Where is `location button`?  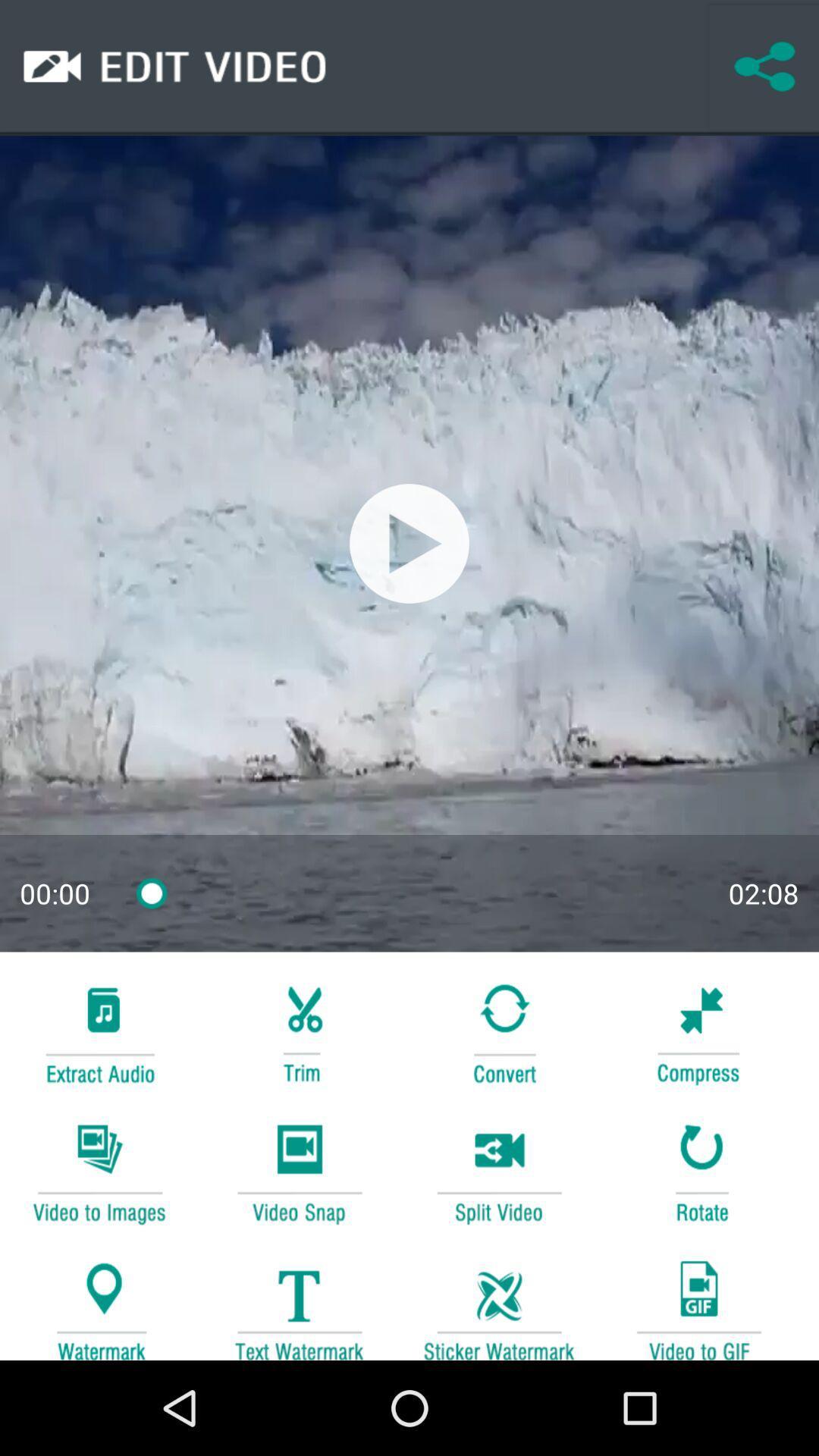 location button is located at coordinates (99, 1302).